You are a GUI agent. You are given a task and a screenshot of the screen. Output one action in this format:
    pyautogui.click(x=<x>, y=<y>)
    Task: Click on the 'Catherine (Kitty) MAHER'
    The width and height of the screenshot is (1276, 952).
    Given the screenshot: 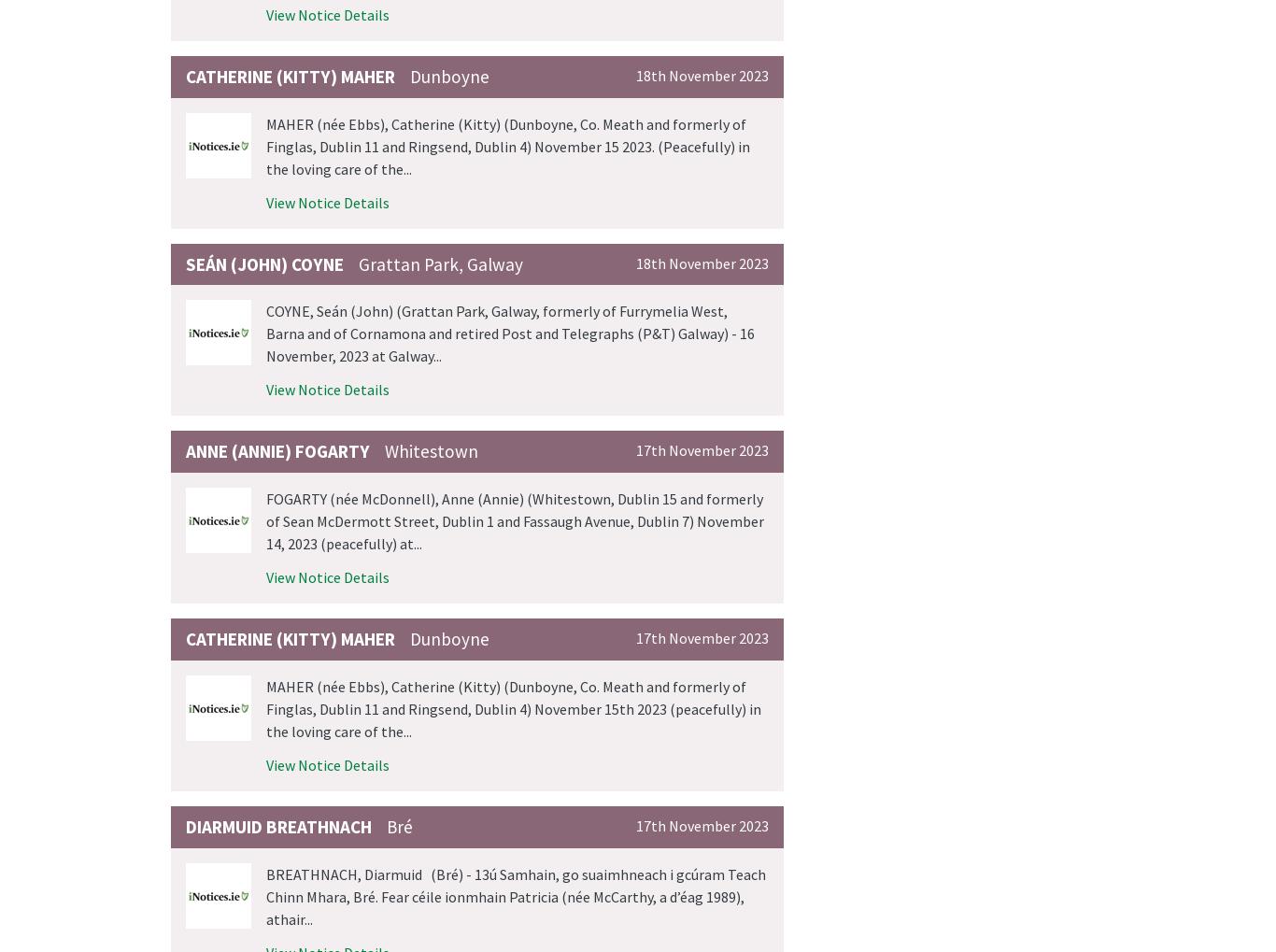 What is the action you would take?
    pyautogui.click(x=291, y=76)
    